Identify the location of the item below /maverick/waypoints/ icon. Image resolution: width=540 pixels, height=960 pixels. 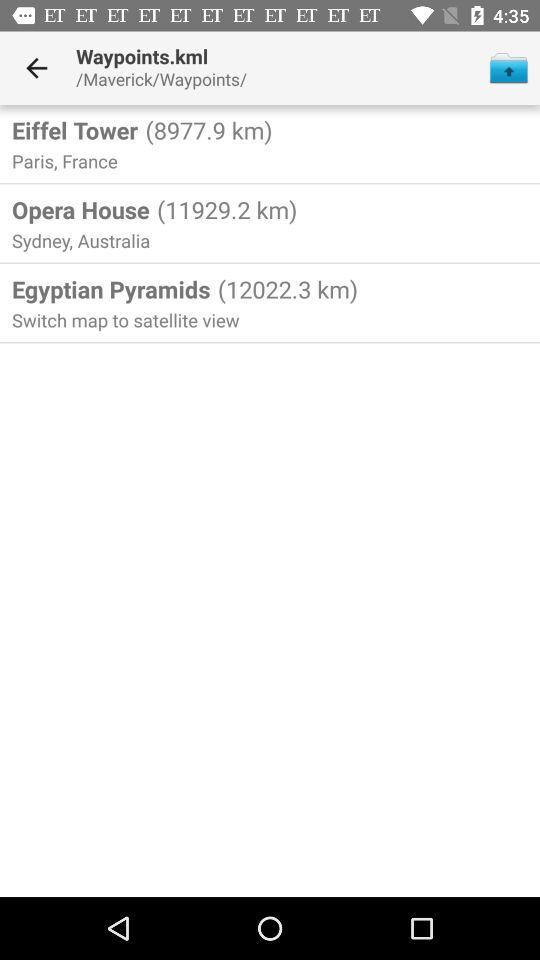
(205, 129).